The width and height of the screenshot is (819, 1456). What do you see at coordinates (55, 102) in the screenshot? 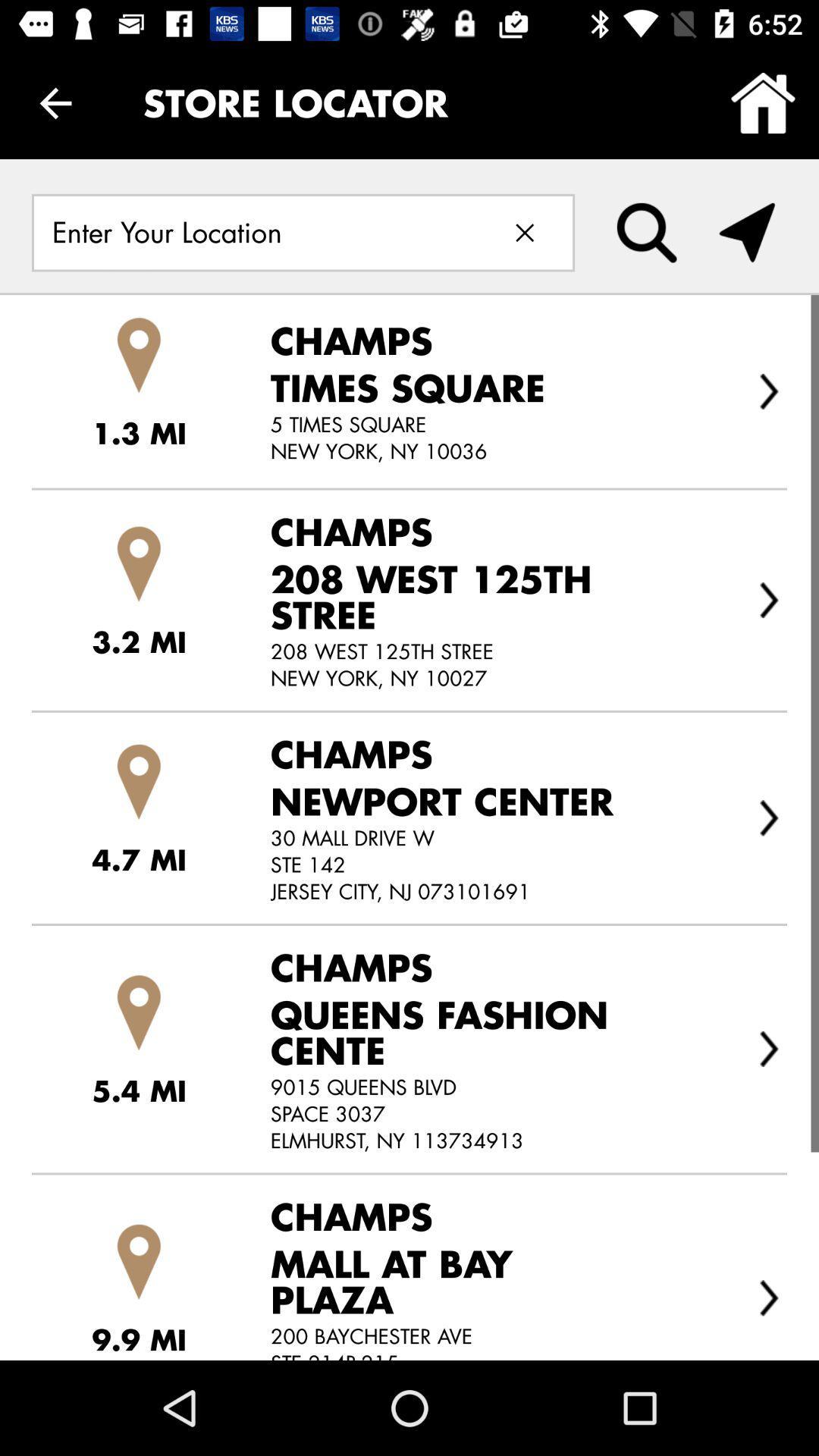
I see `the icon next to store locator icon` at bounding box center [55, 102].